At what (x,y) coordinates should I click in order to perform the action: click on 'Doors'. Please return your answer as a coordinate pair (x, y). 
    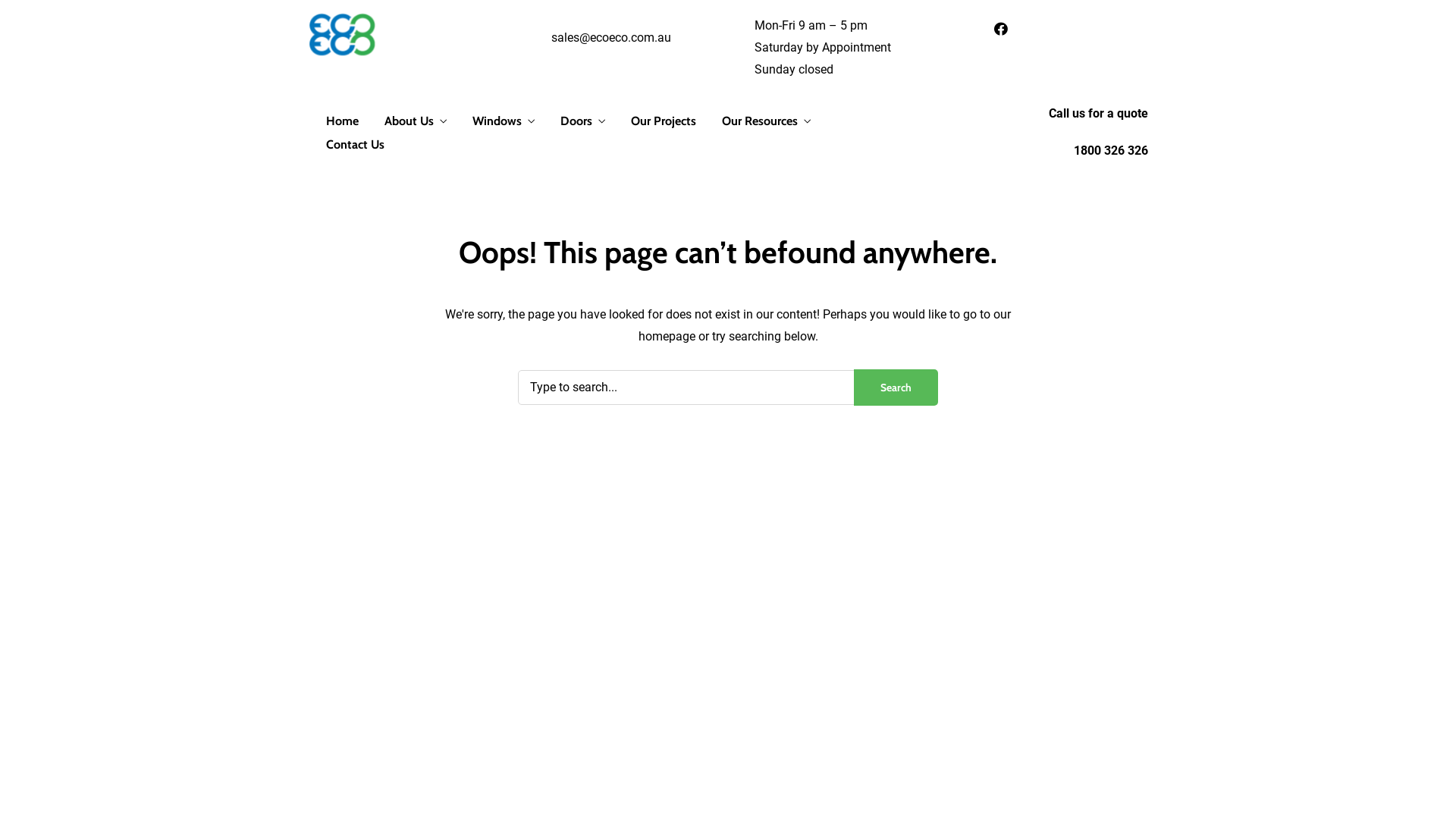
    Looking at the image, I should click on (582, 121).